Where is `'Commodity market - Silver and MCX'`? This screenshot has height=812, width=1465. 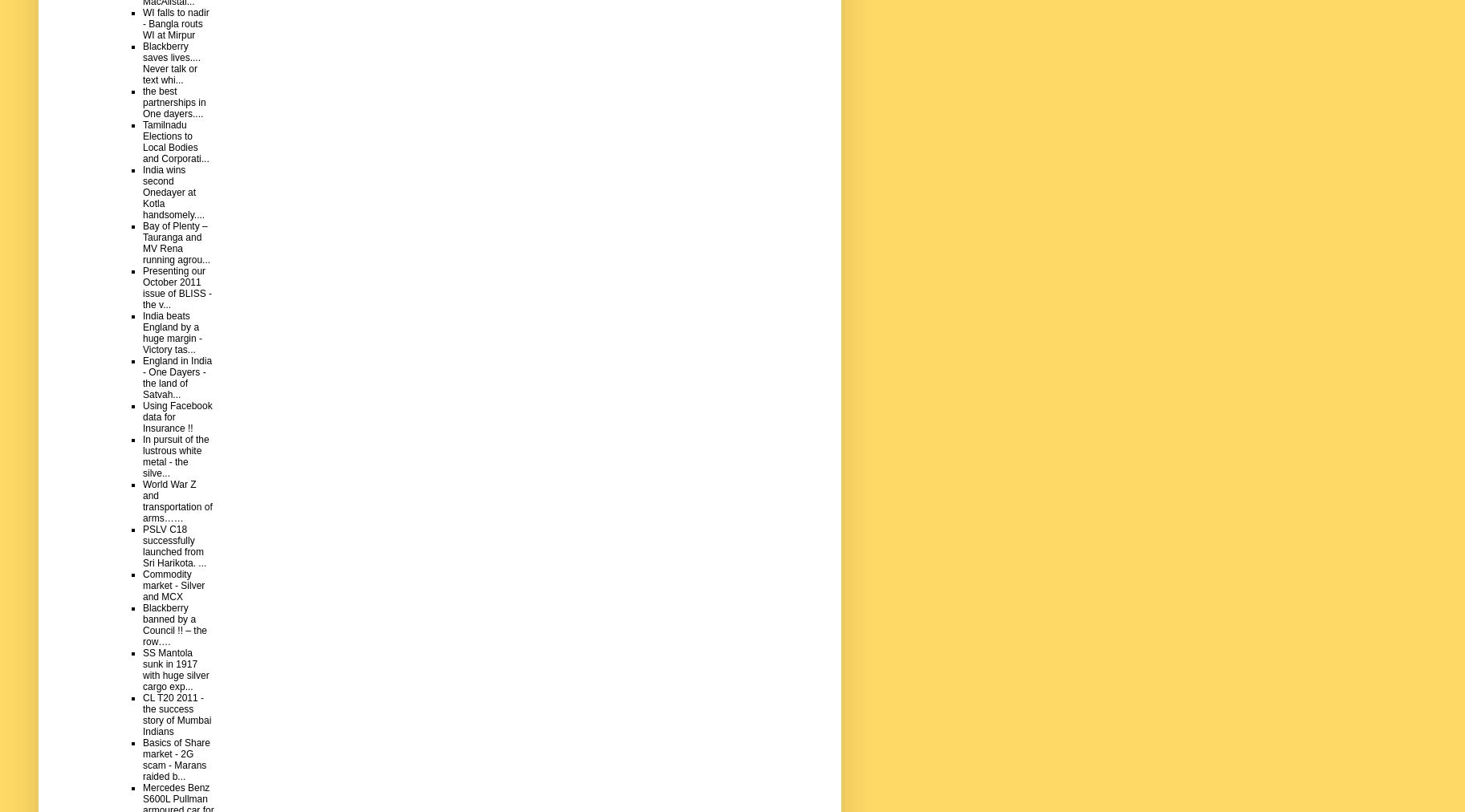
'Commodity market - Silver and MCX' is located at coordinates (173, 585).